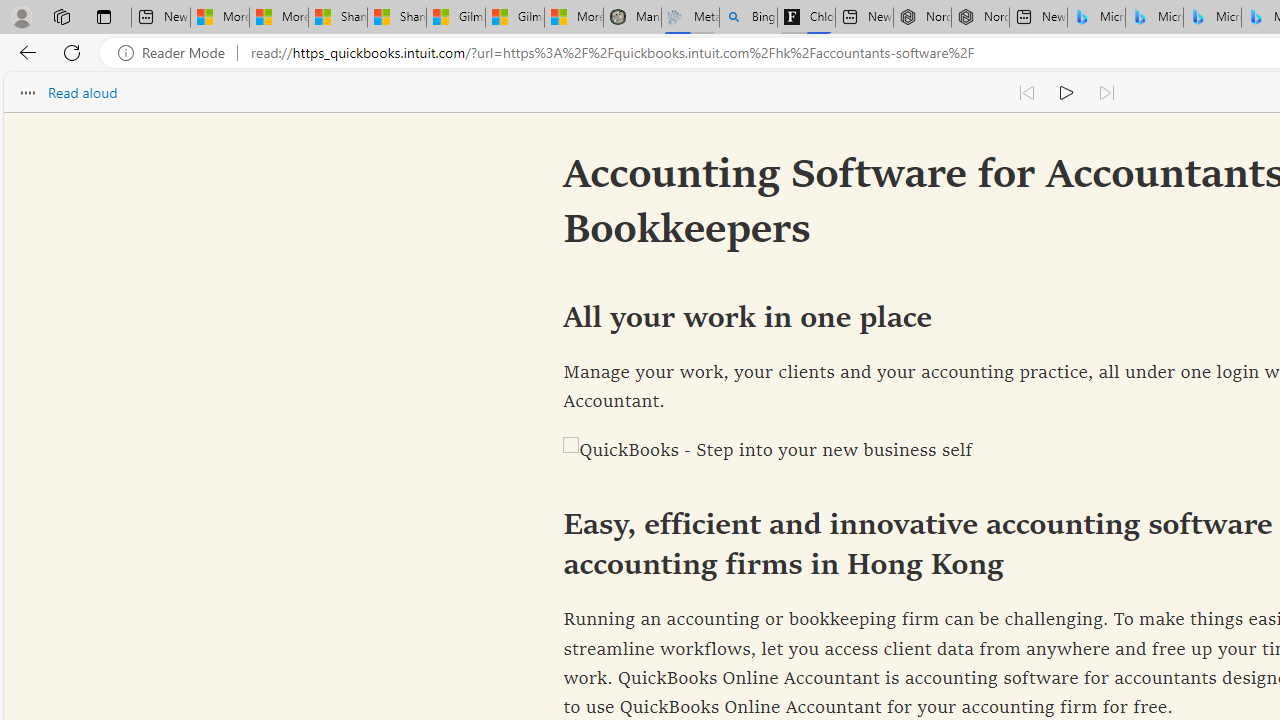  I want to click on 'Gilma and Hector both pose tropical trouble for Hawaii', so click(515, 17).